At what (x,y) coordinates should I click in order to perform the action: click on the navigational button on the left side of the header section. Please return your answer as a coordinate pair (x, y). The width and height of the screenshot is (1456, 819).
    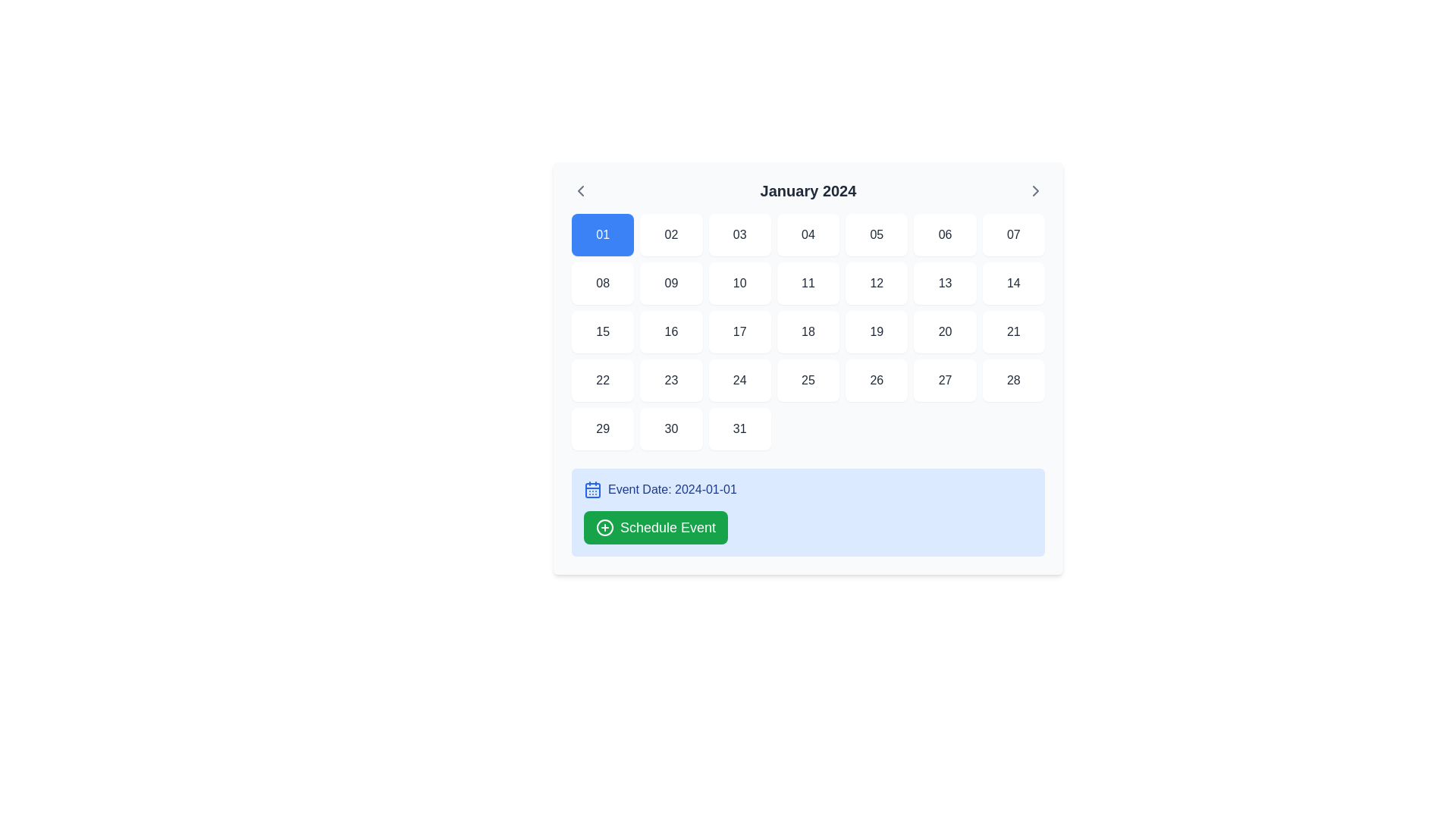
    Looking at the image, I should click on (580, 190).